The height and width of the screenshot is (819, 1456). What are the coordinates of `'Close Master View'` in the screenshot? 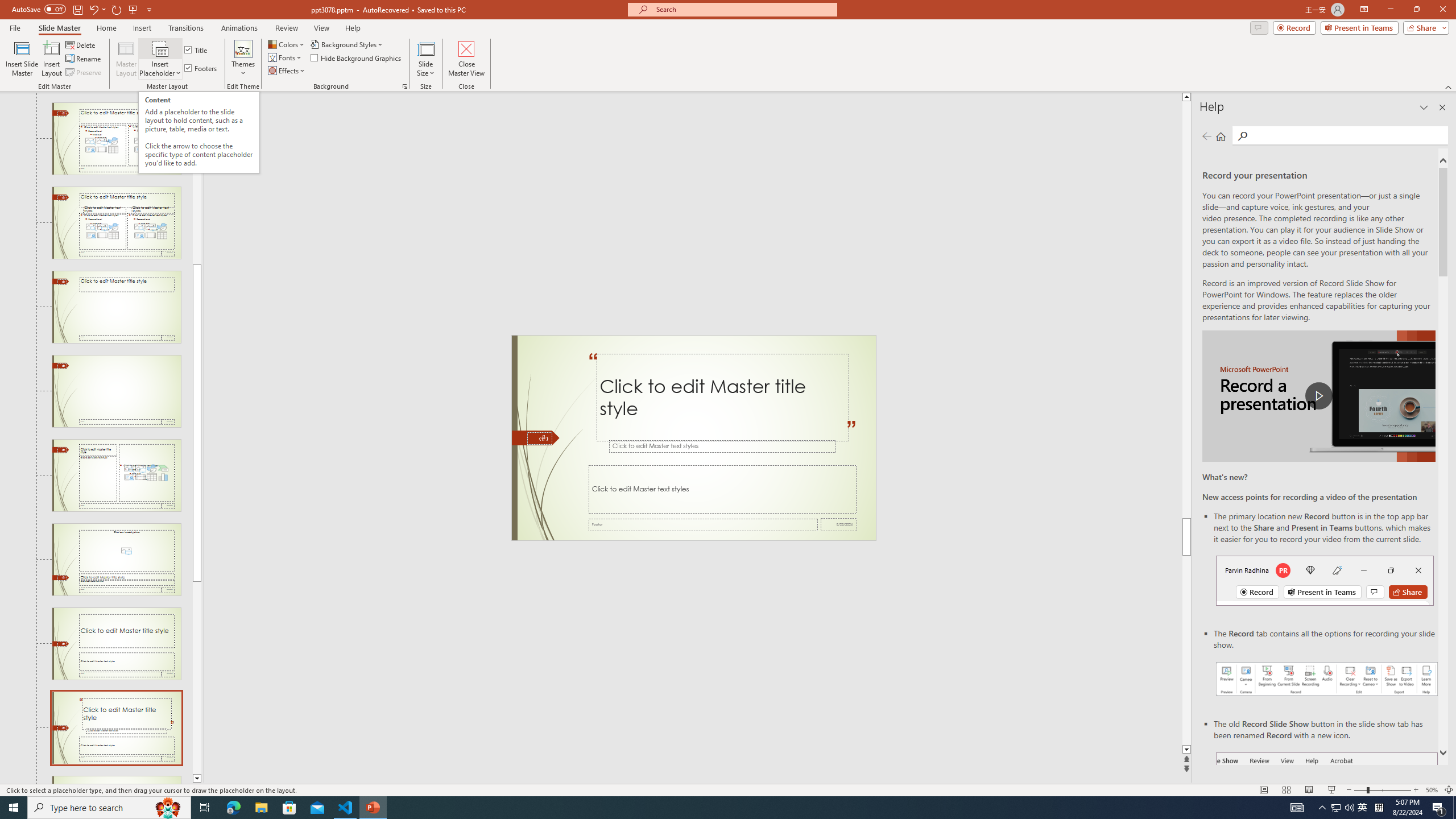 It's located at (466, 59).